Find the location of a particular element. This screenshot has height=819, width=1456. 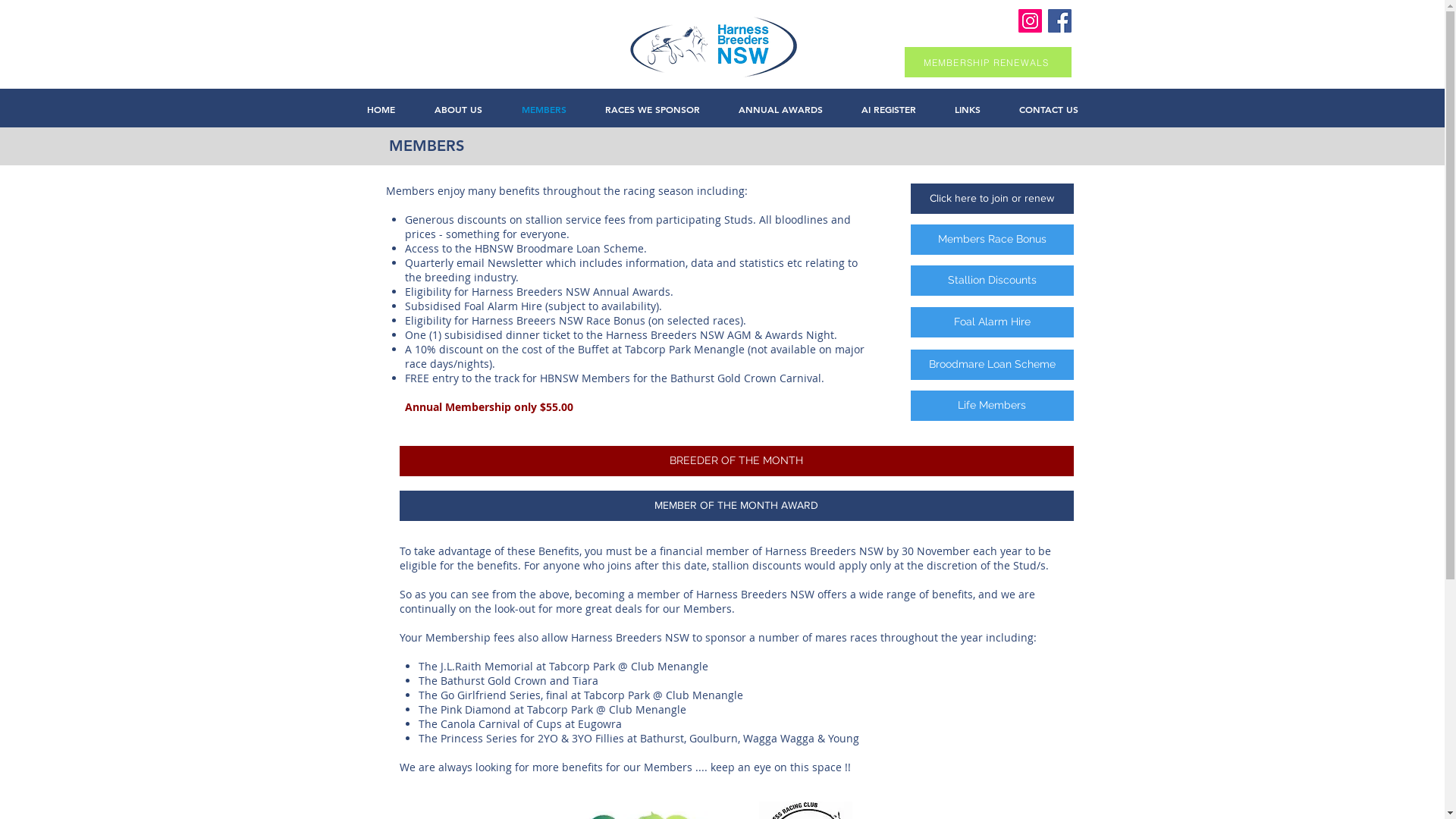

'ANNUAL AWARDS' is located at coordinates (780, 108).